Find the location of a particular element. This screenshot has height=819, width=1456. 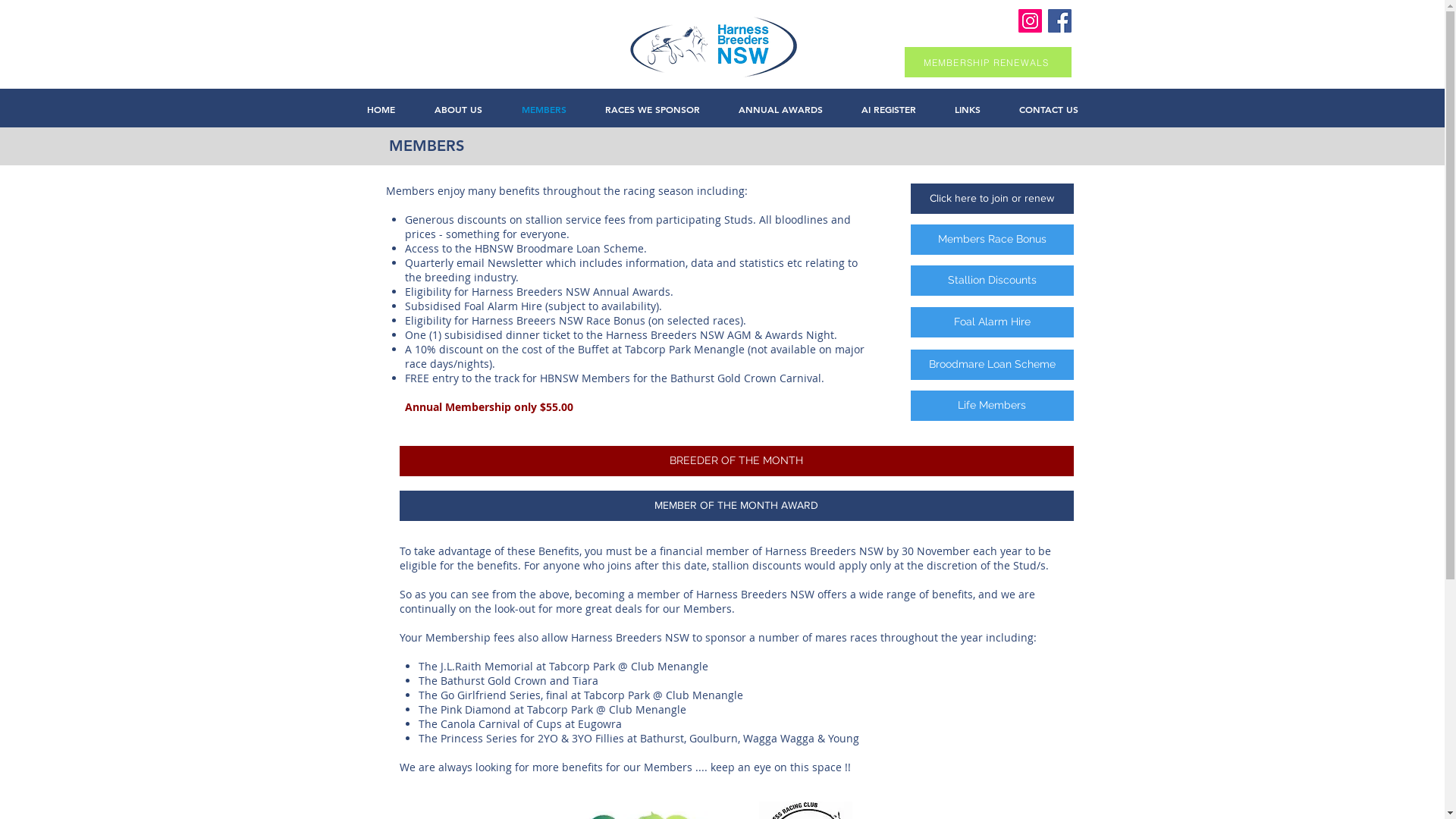

'ANNUAL AWARDS' is located at coordinates (780, 108).